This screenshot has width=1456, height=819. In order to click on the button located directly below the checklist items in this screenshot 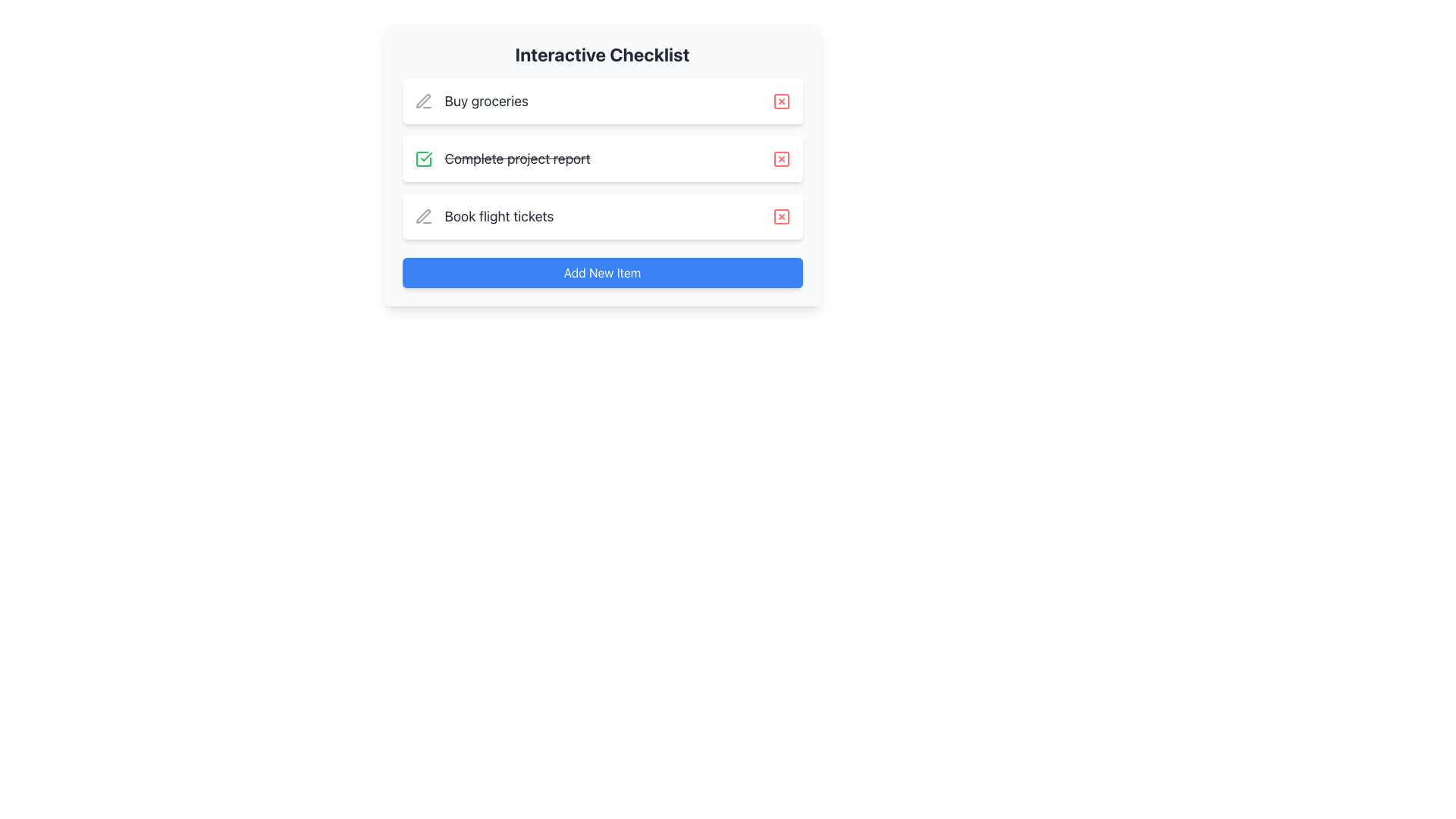, I will do `click(601, 271)`.